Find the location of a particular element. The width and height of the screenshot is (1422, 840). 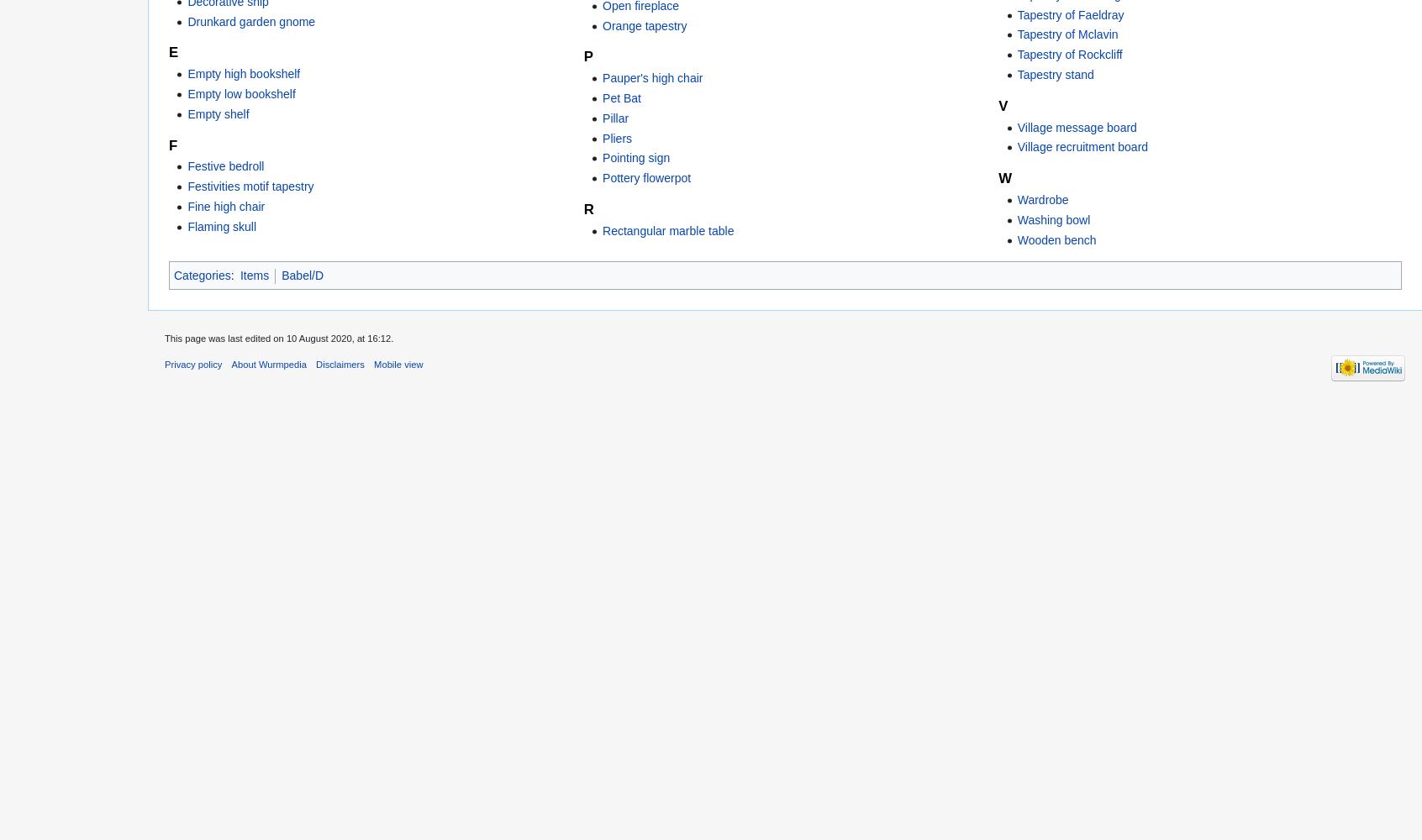

'Tapestry of Rockcliff' is located at coordinates (1068, 54).